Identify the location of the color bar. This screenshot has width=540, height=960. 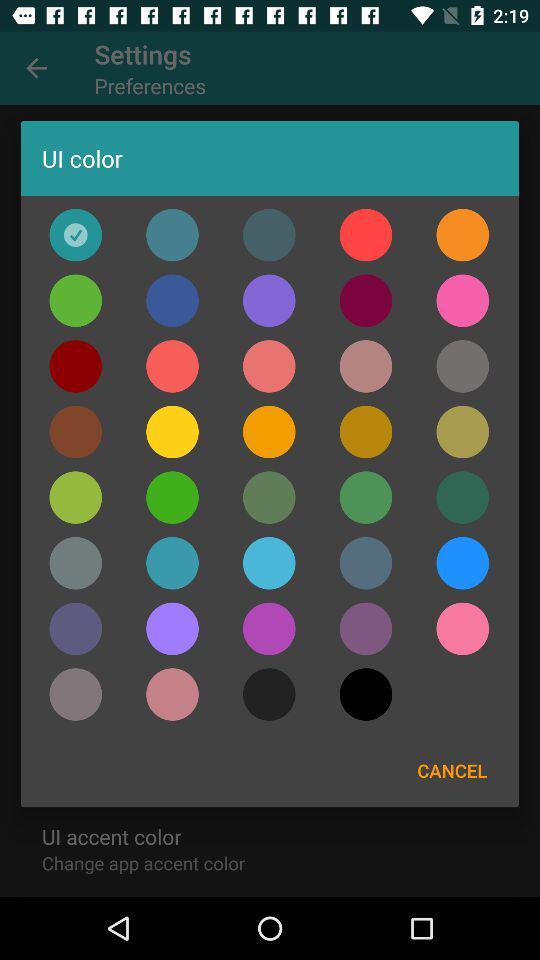
(269, 627).